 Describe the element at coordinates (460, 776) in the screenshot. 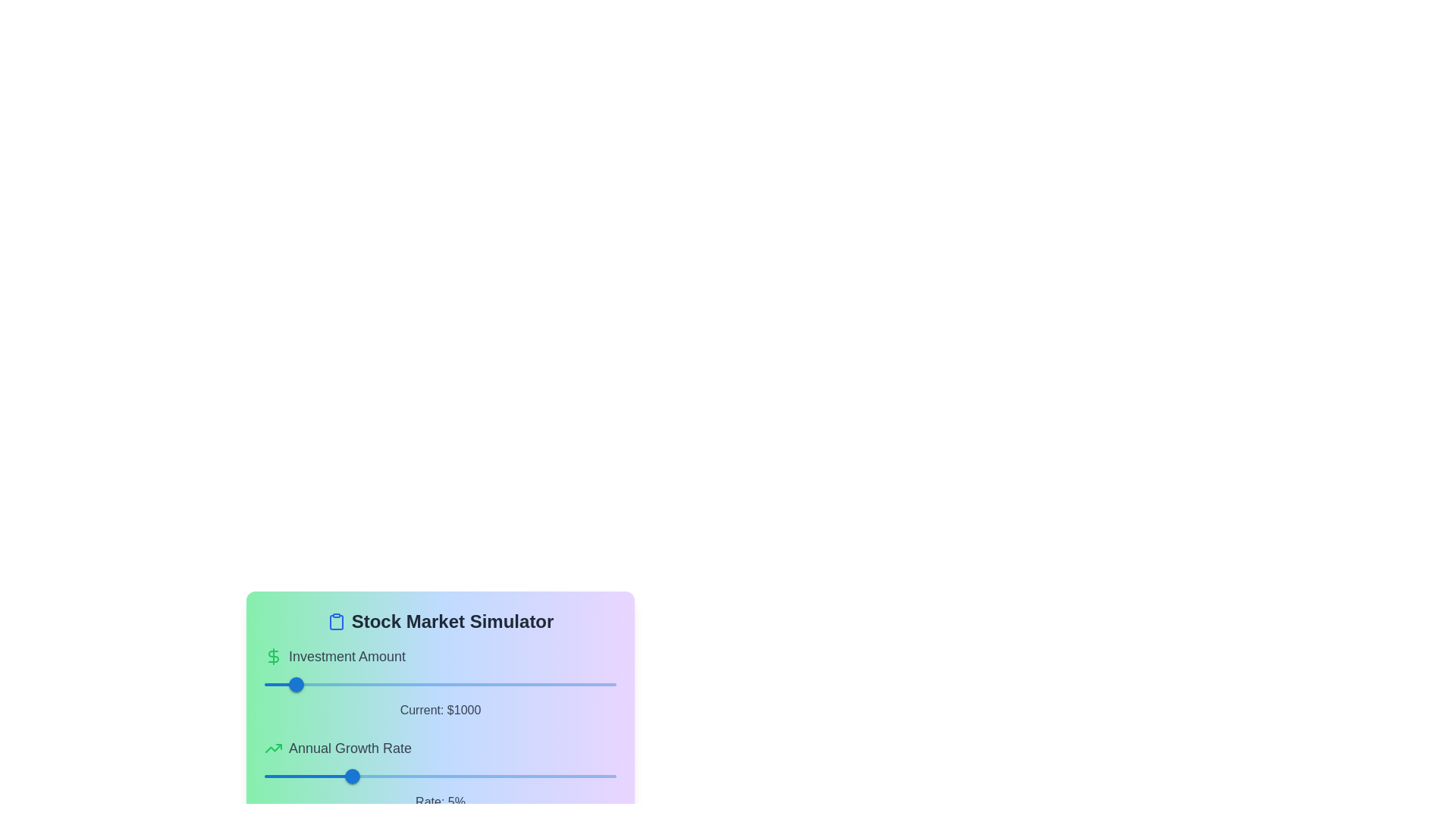

I see `the annual growth rate` at that location.